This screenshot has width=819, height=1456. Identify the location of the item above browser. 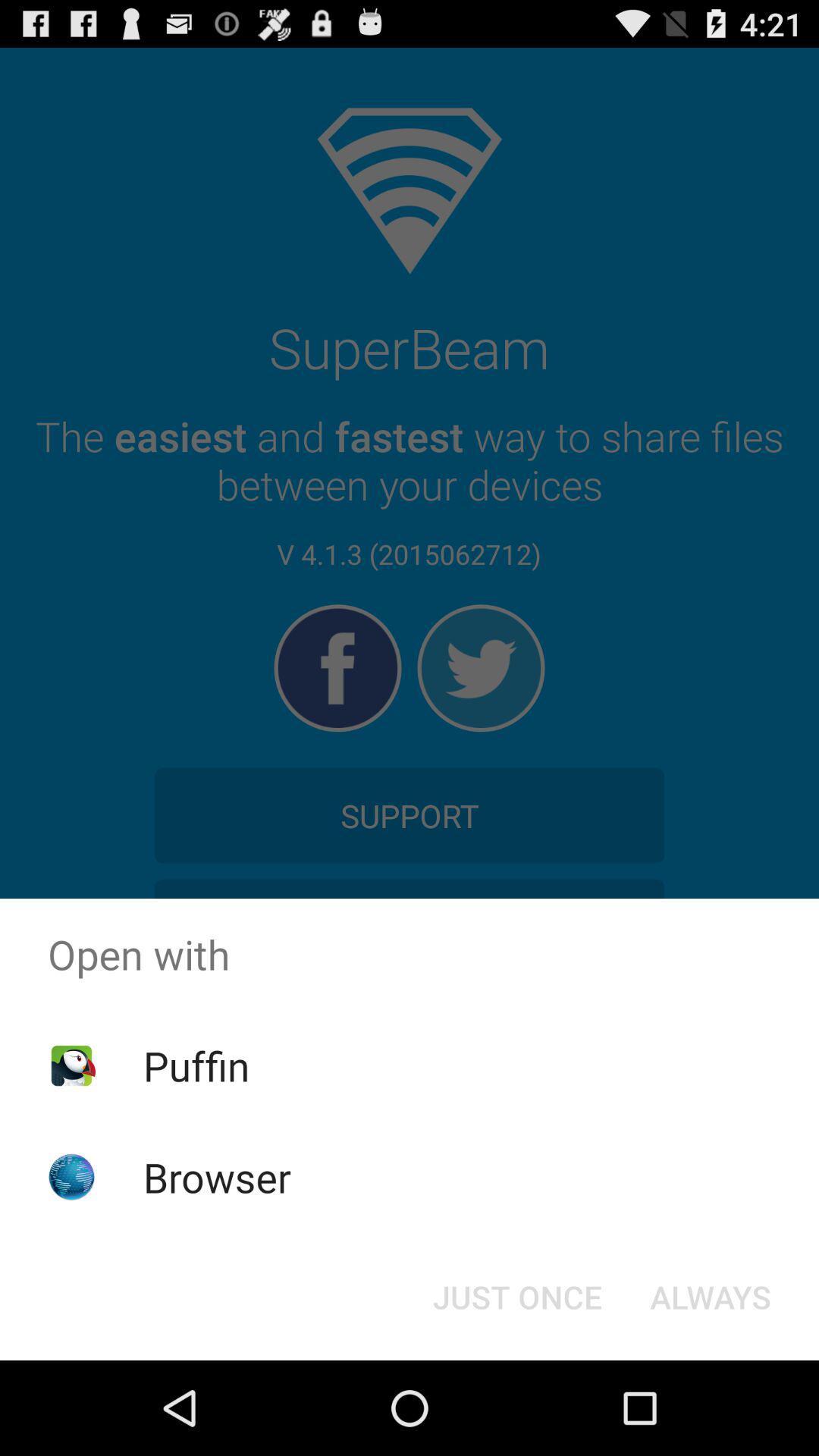
(196, 1065).